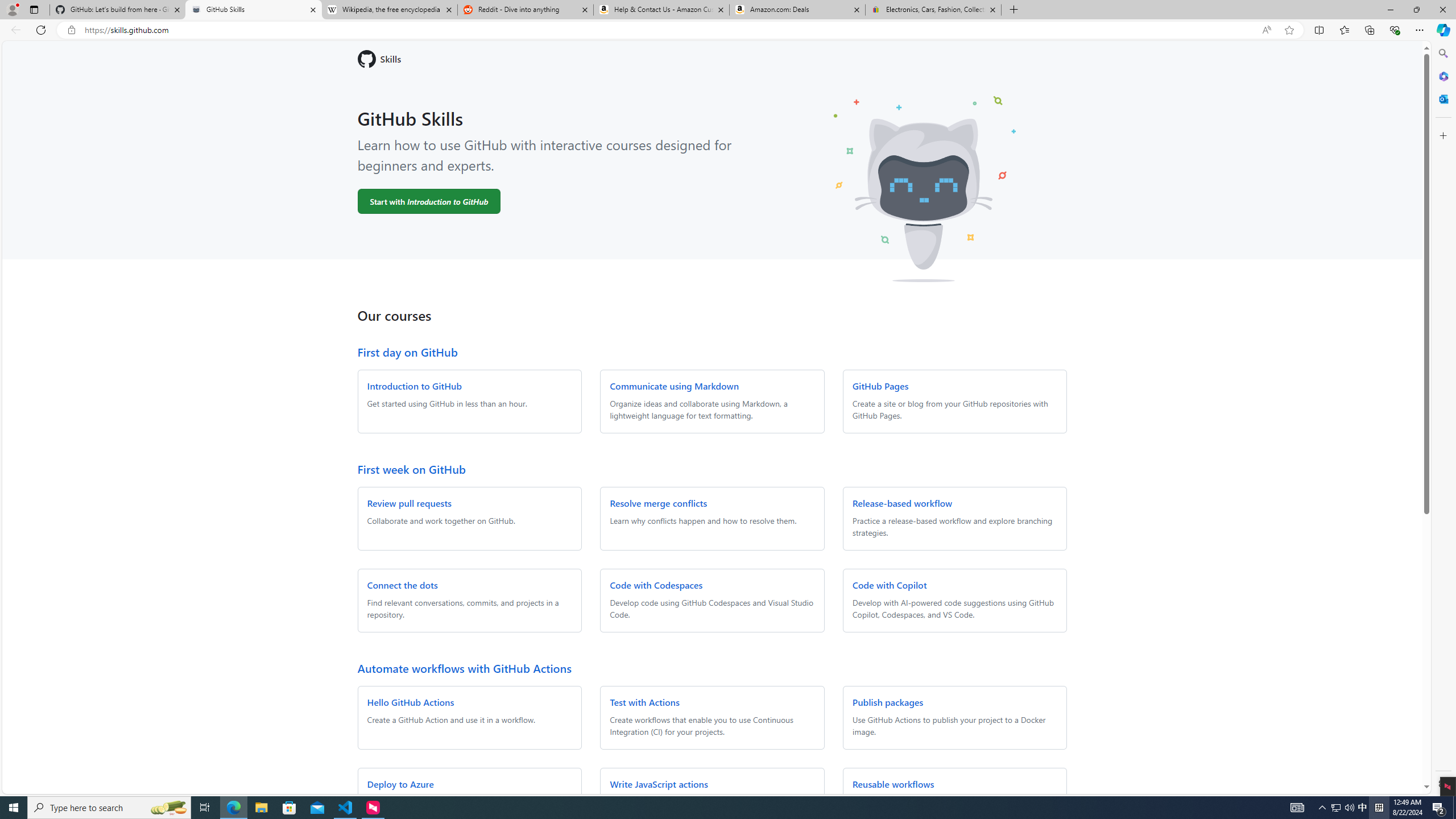  What do you see at coordinates (887, 701) in the screenshot?
I see `'Publish packages'` at bounding box center [887, 701].